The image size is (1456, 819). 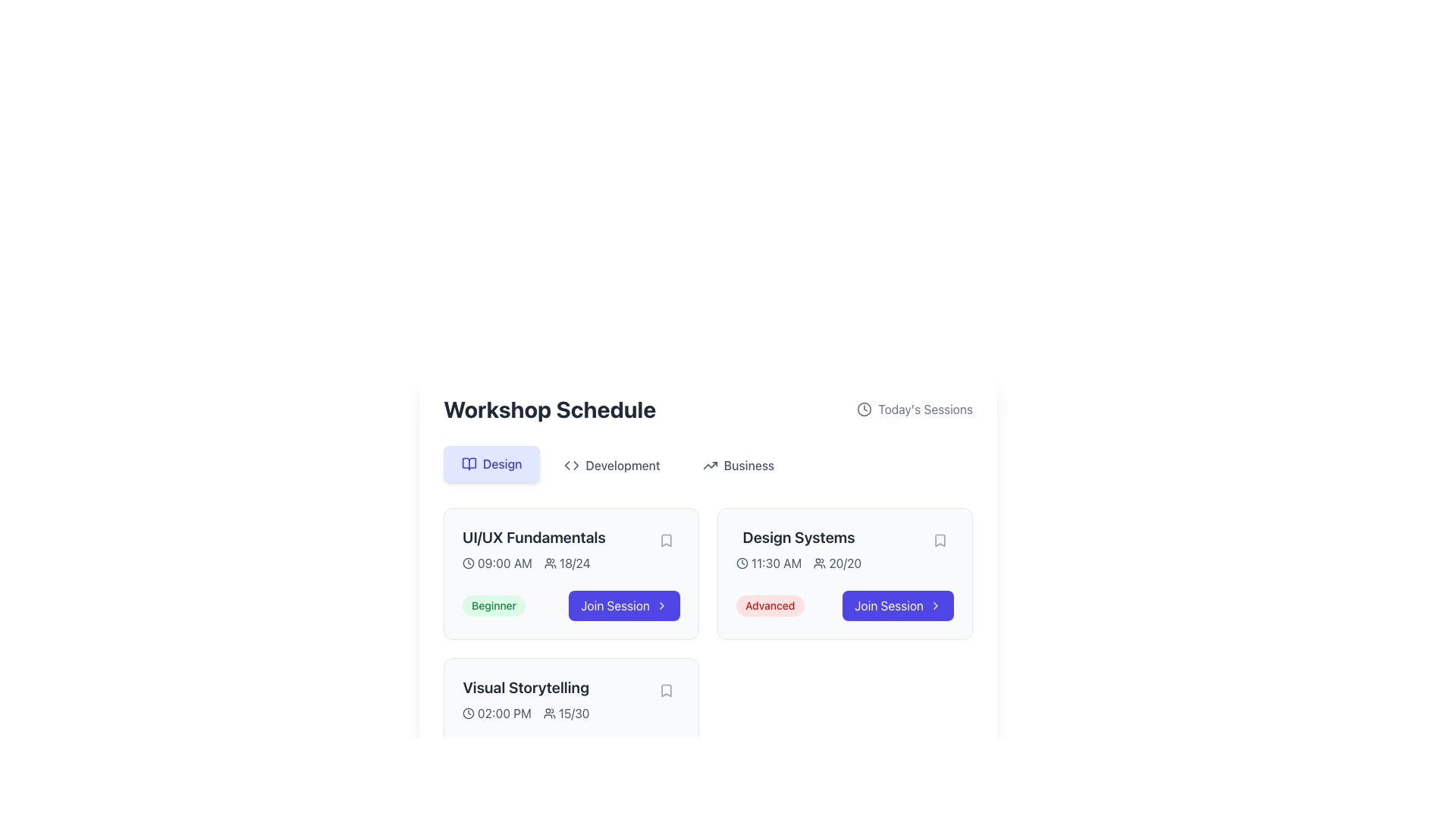 I want to click on the label indicating the difficulty level of the workshop located in the bottom-left area of the card under 'UI/UX Fundamentals', near the 'Join Session' button, so click(x=494, y=604).